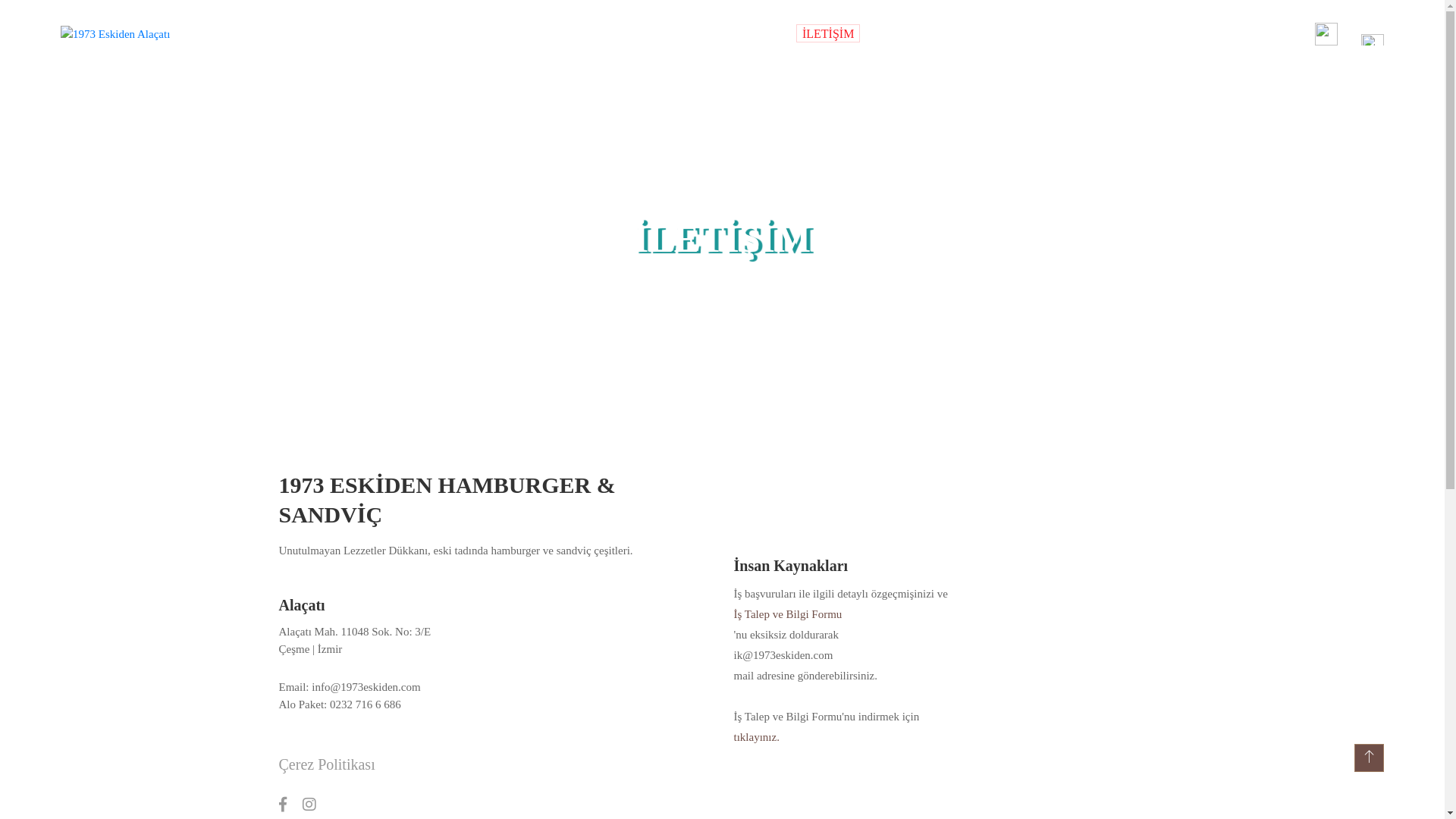  Describe the element at coordinates (381, 704) in the screenshot. I see `'Alo Paket: 0232 716 6 686'` at that location.